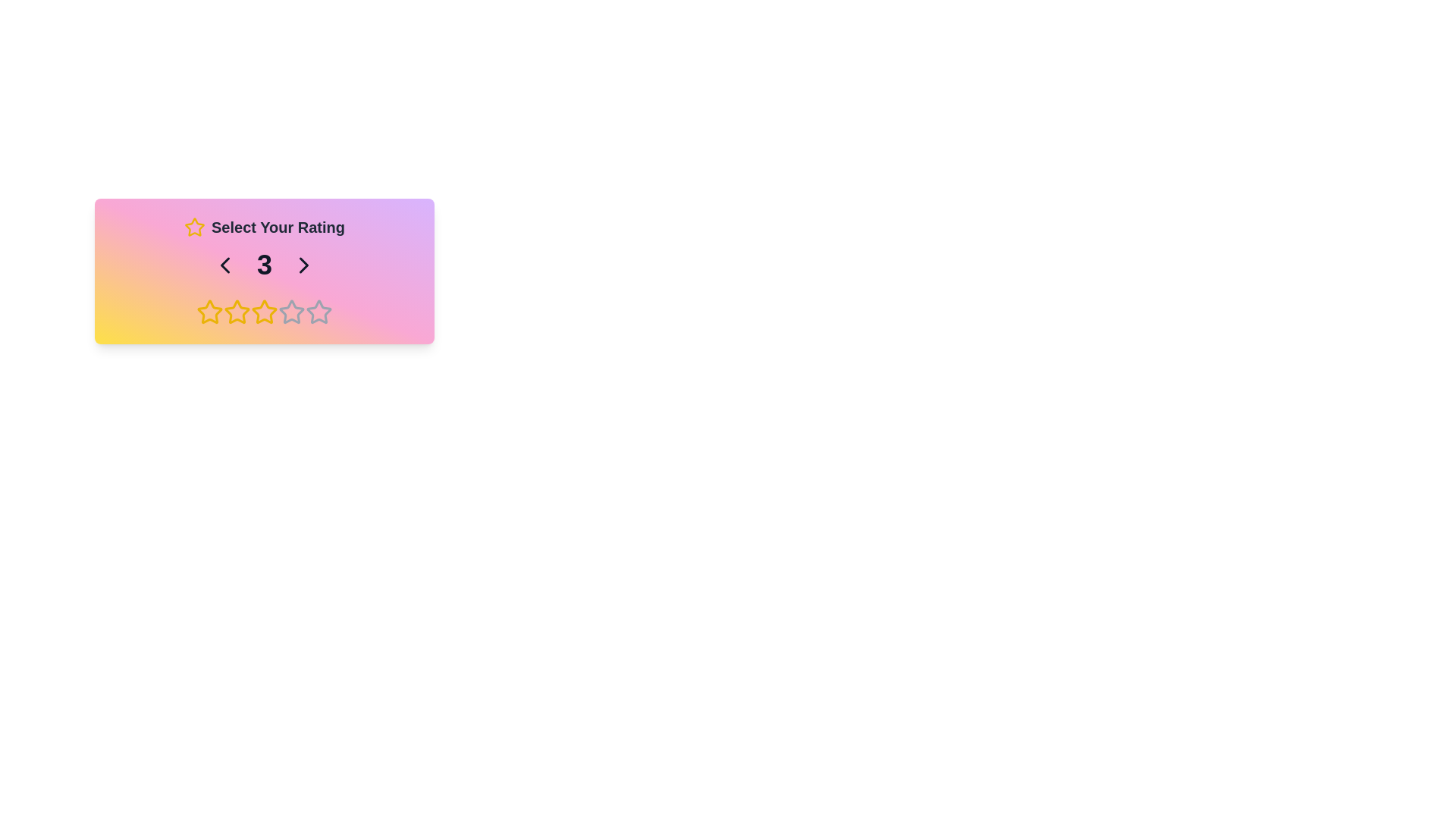  Describe the element at coordinates (265, 311) in the screenshot. I see `the third star icon` at that location.